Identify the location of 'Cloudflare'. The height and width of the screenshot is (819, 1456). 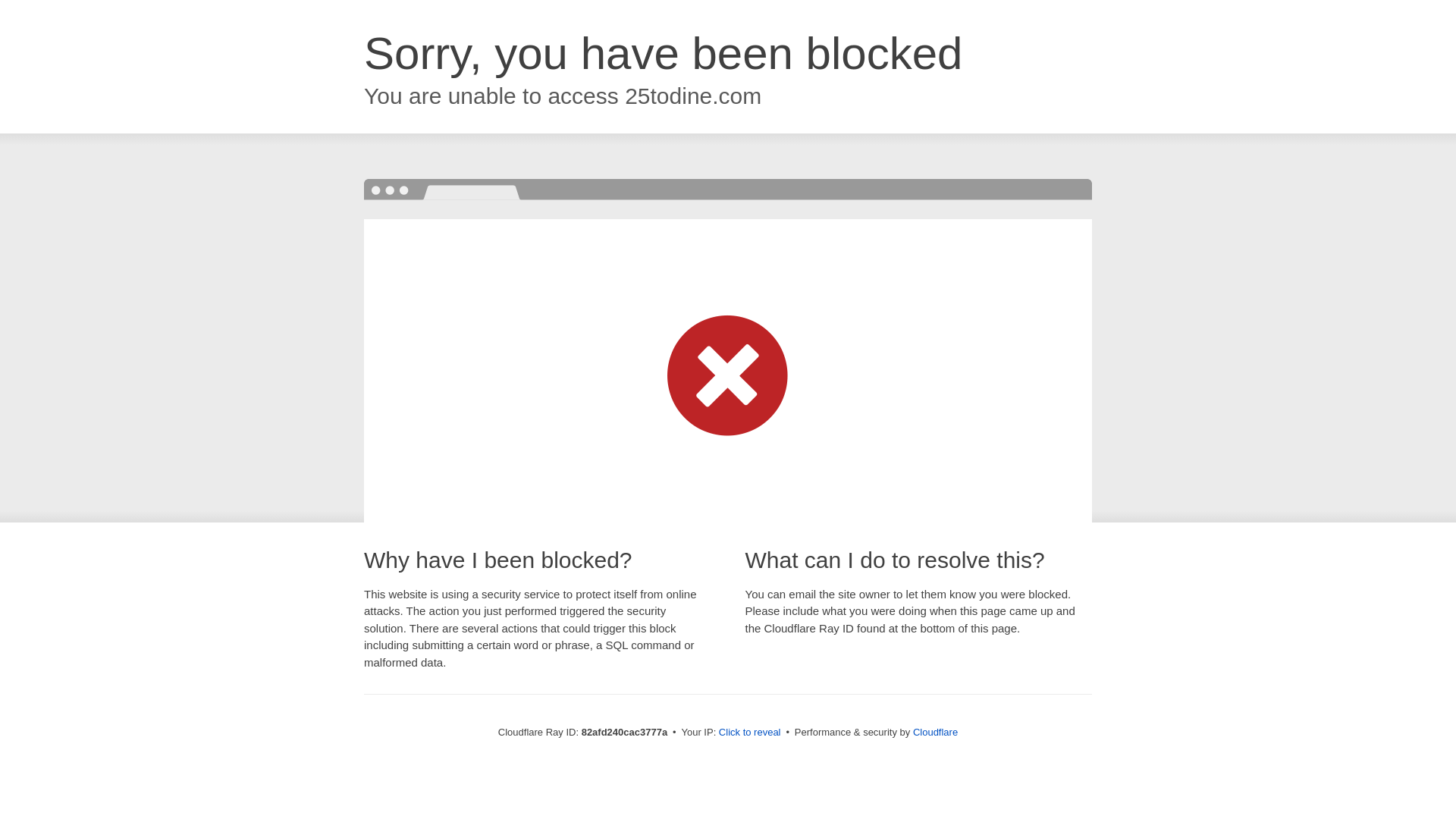
(934, 731).